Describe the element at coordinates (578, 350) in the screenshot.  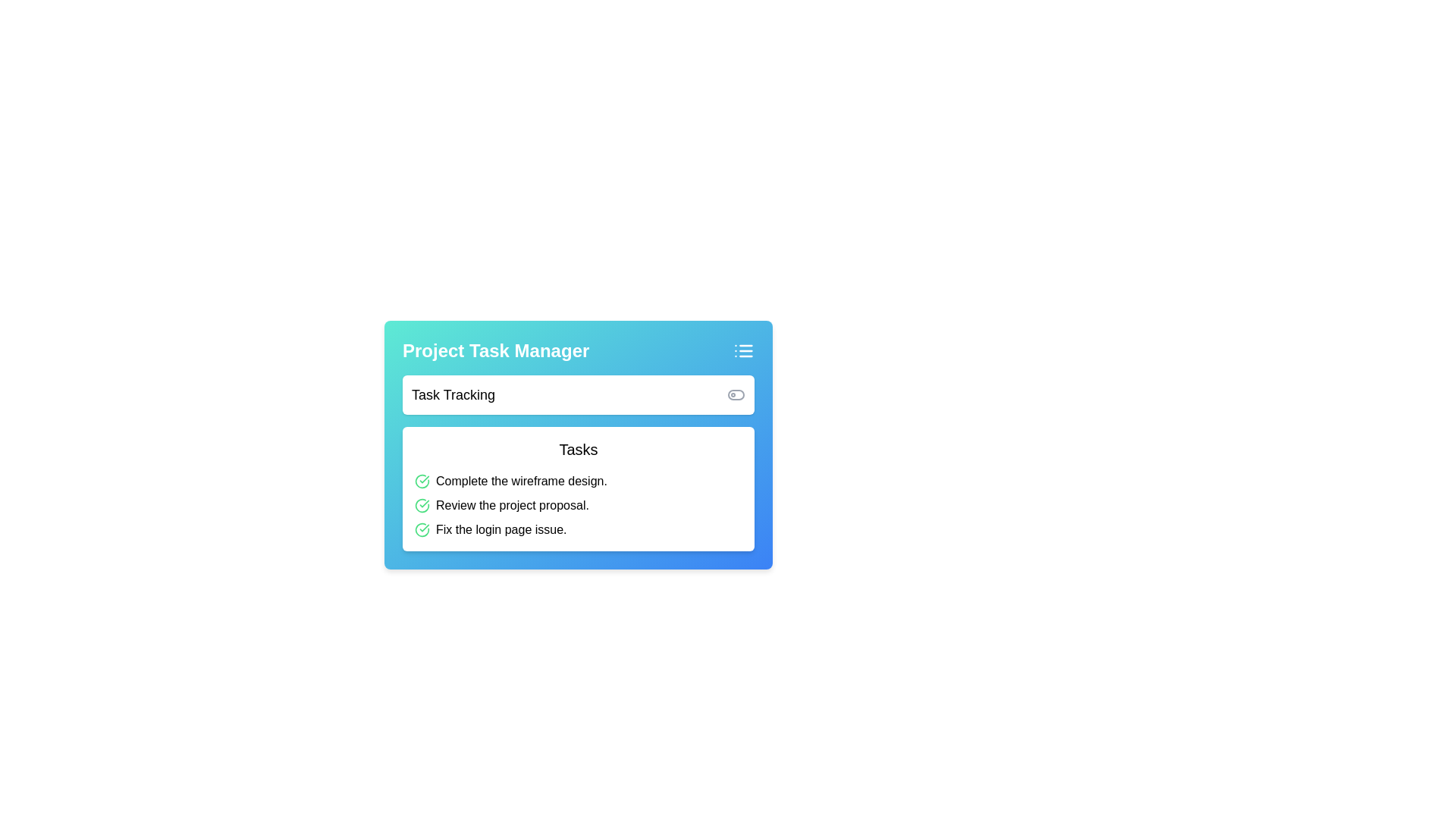
I see `the icon associated with the Header at the top of the task management section for navigation hints` at that location.